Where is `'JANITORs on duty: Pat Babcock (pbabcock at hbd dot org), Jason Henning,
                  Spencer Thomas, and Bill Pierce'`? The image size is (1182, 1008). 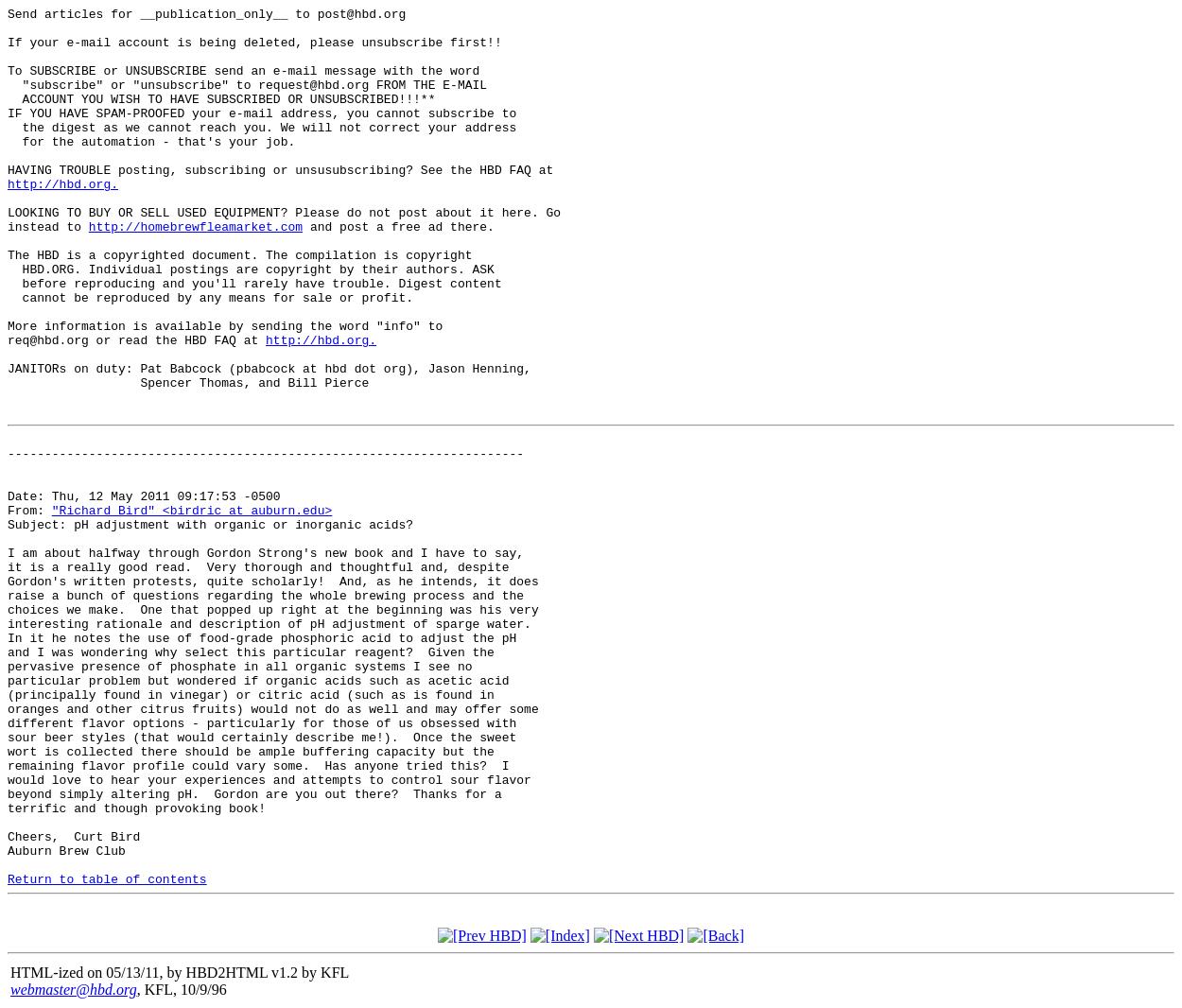 'JANITORs on duty: Pat Babcock (pbabcock at hbd dot org), Jason Henning,
                  Spencer Thomas, and Bill Pierce' is located at coordinates (269, 374).